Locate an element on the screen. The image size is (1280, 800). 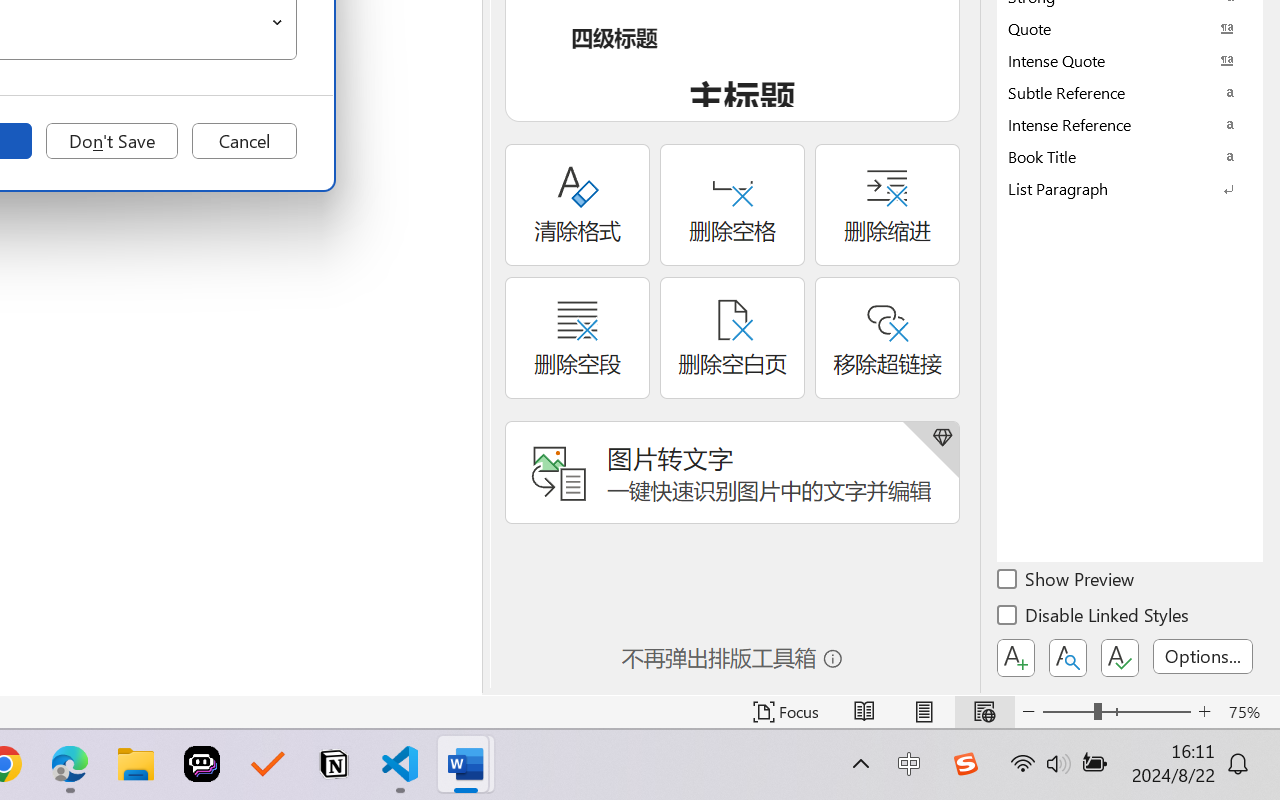
'Intense Quote' is located at coordinates (1130, 59).